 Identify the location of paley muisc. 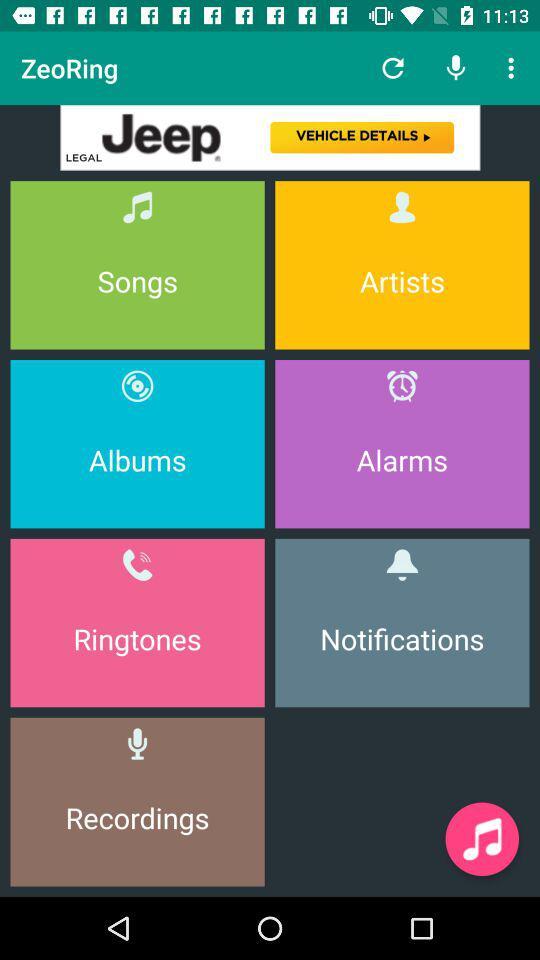
(481, 839).